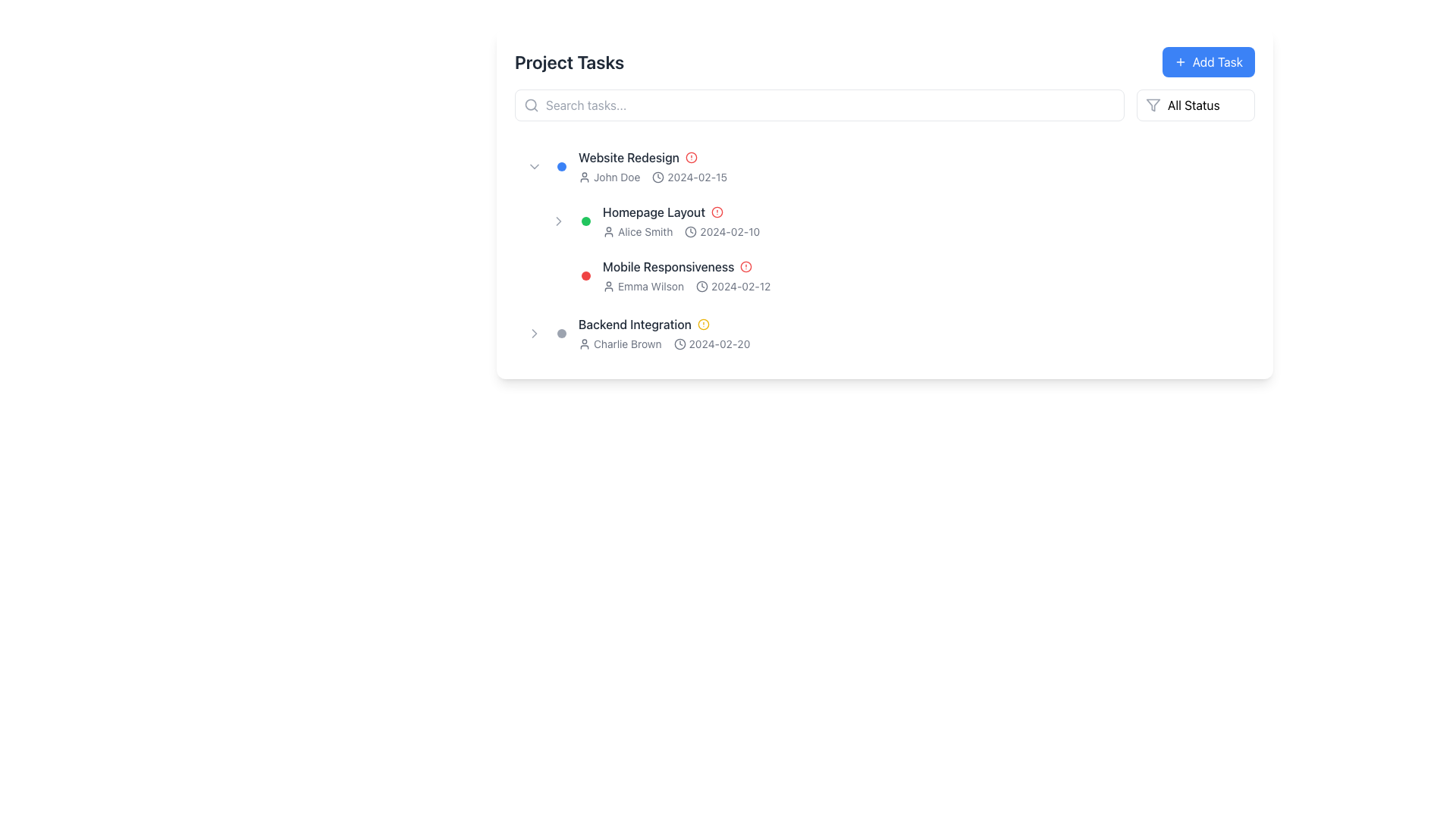 The image size is (1456, 819). Describe the element at coordinates (535, 166) in the screenshot. I see `the dropdown toggle icon located in the top-left portion of the task list area` at that location.